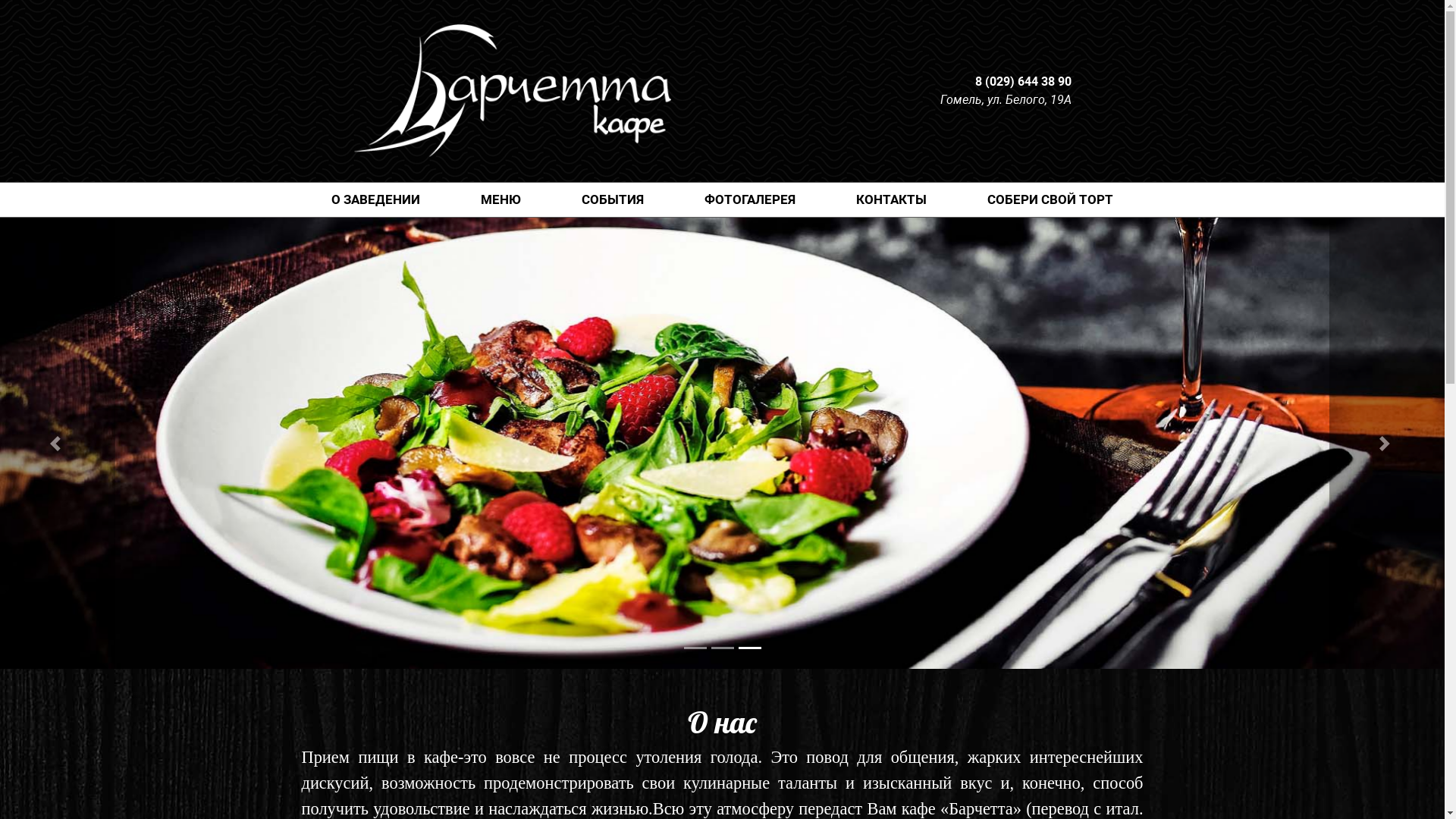  Describe the element at coordinates (975, 81) in the screenshot. I see `'8 (029) 644 38 90'` at that location.